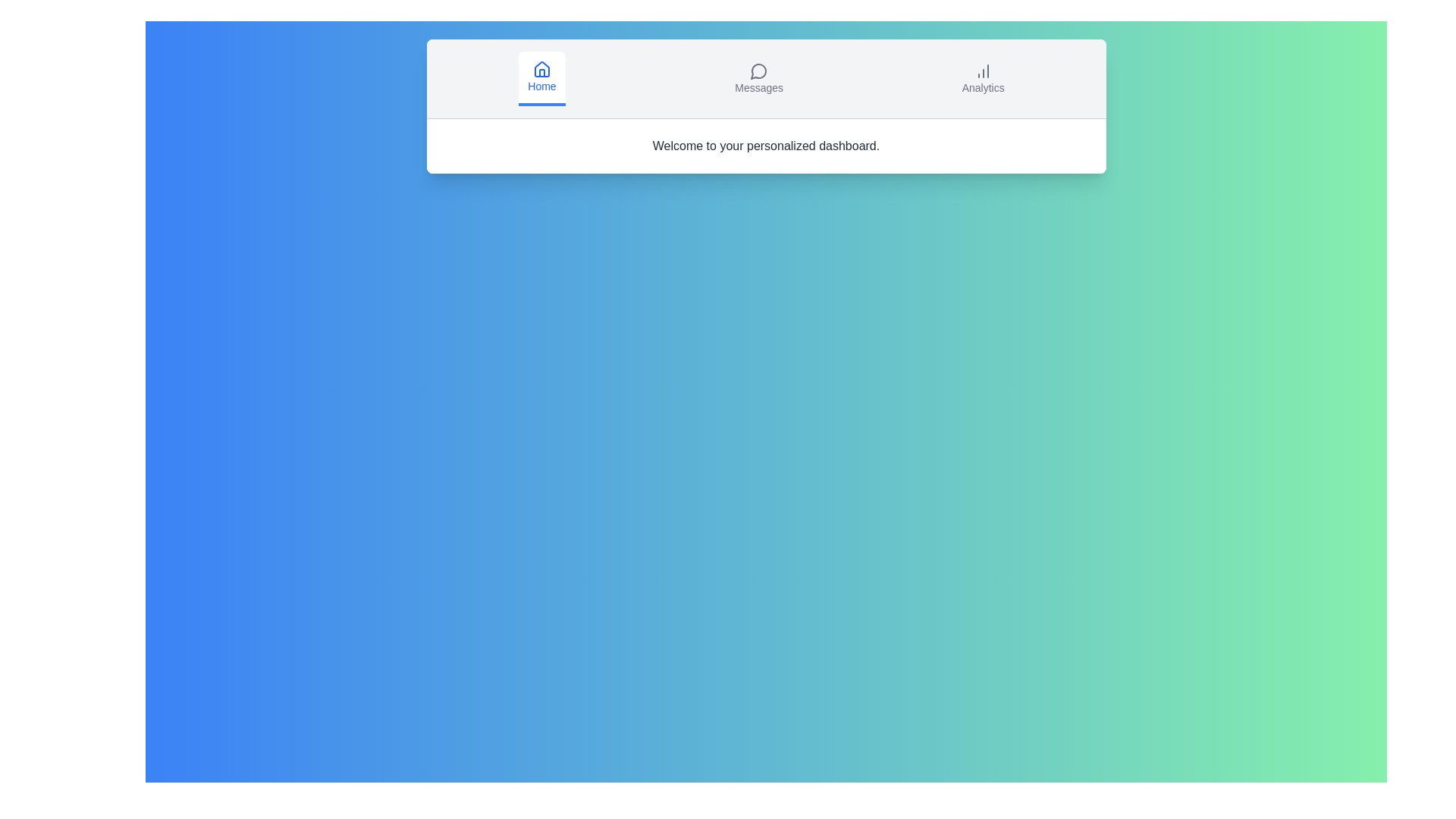 This screenshot has height=819, width=1456. What do you see at coordinates (983, 79) in the screenshot?
I see `the tab button labeled Analytics to view its hover effect` at bounding box center [983, 79].